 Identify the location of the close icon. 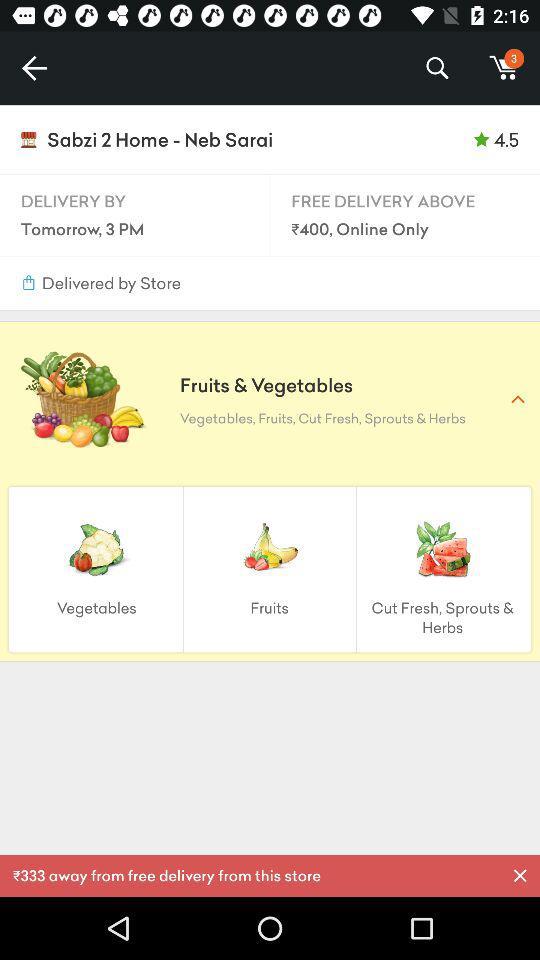
(520, 875).